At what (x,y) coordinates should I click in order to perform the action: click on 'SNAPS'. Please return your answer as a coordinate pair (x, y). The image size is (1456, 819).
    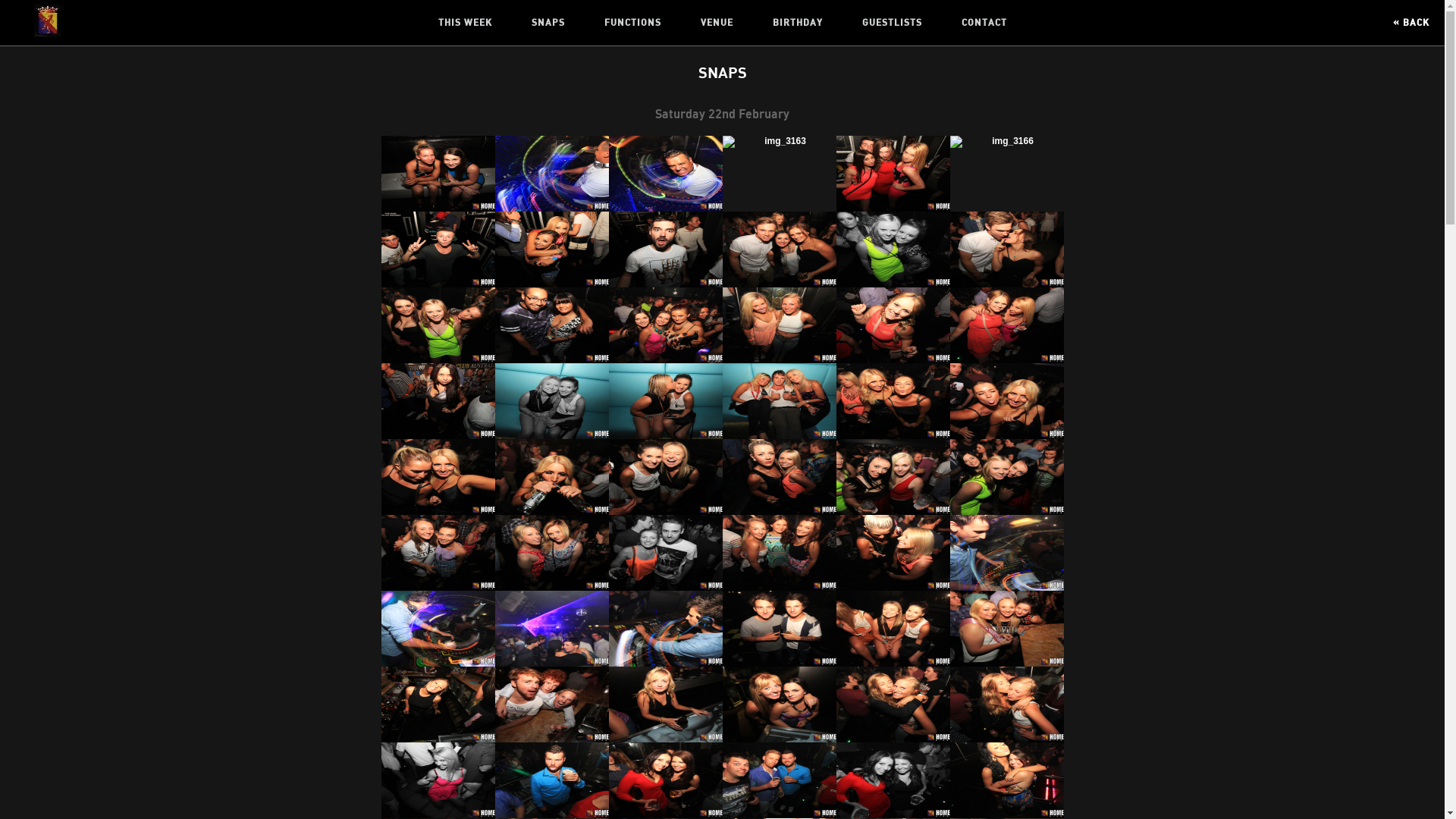
    Looking at the image, I should click on (546, 23).